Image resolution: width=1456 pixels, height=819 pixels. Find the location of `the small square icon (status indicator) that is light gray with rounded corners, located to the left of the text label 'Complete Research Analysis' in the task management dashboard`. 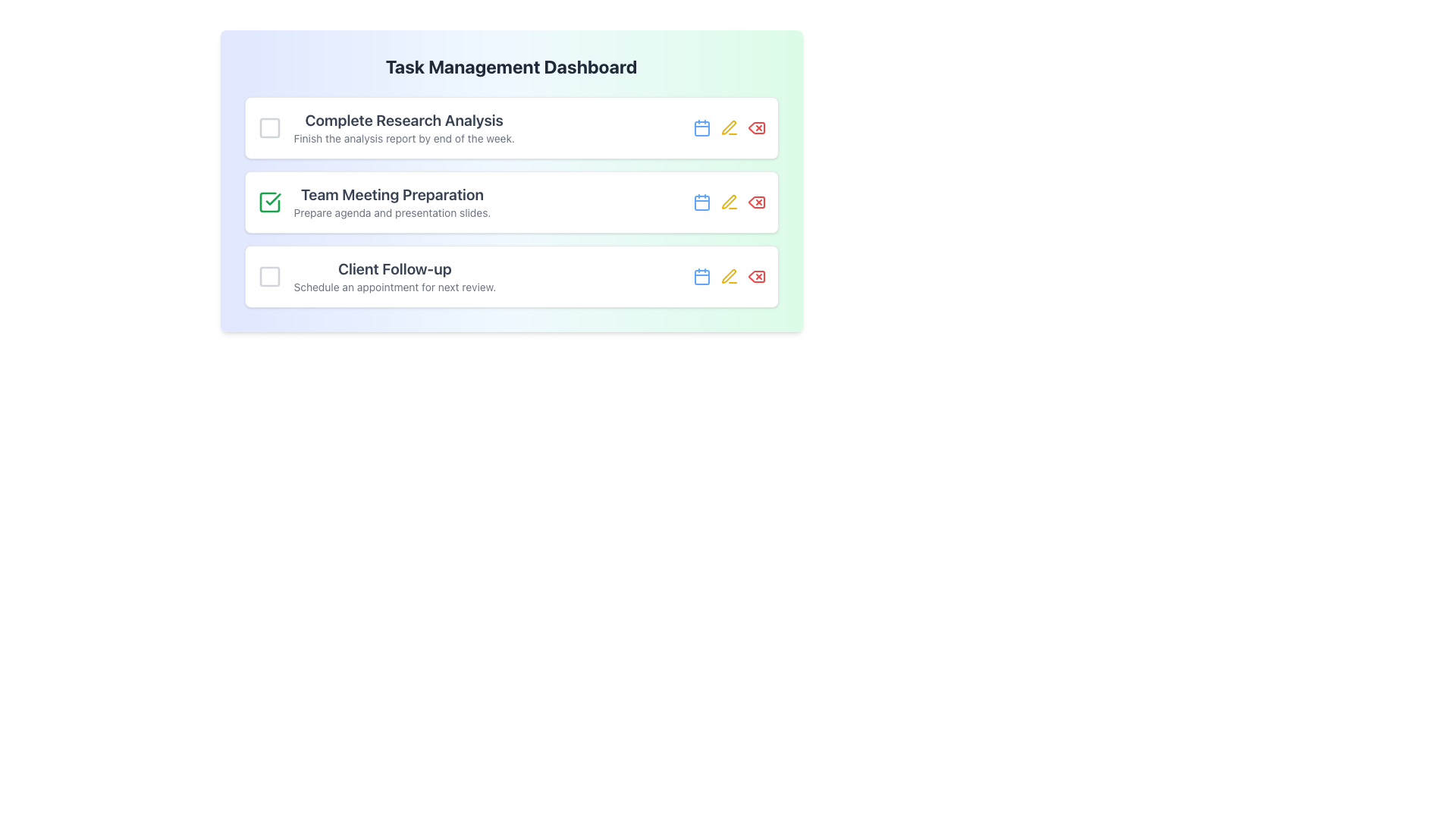

the small square icon (status indicator) that is light gray with rounded corners, located to the left of the text label 'Complete Research Analysis' in the task management dashboard is located at coordinates (269, 127).